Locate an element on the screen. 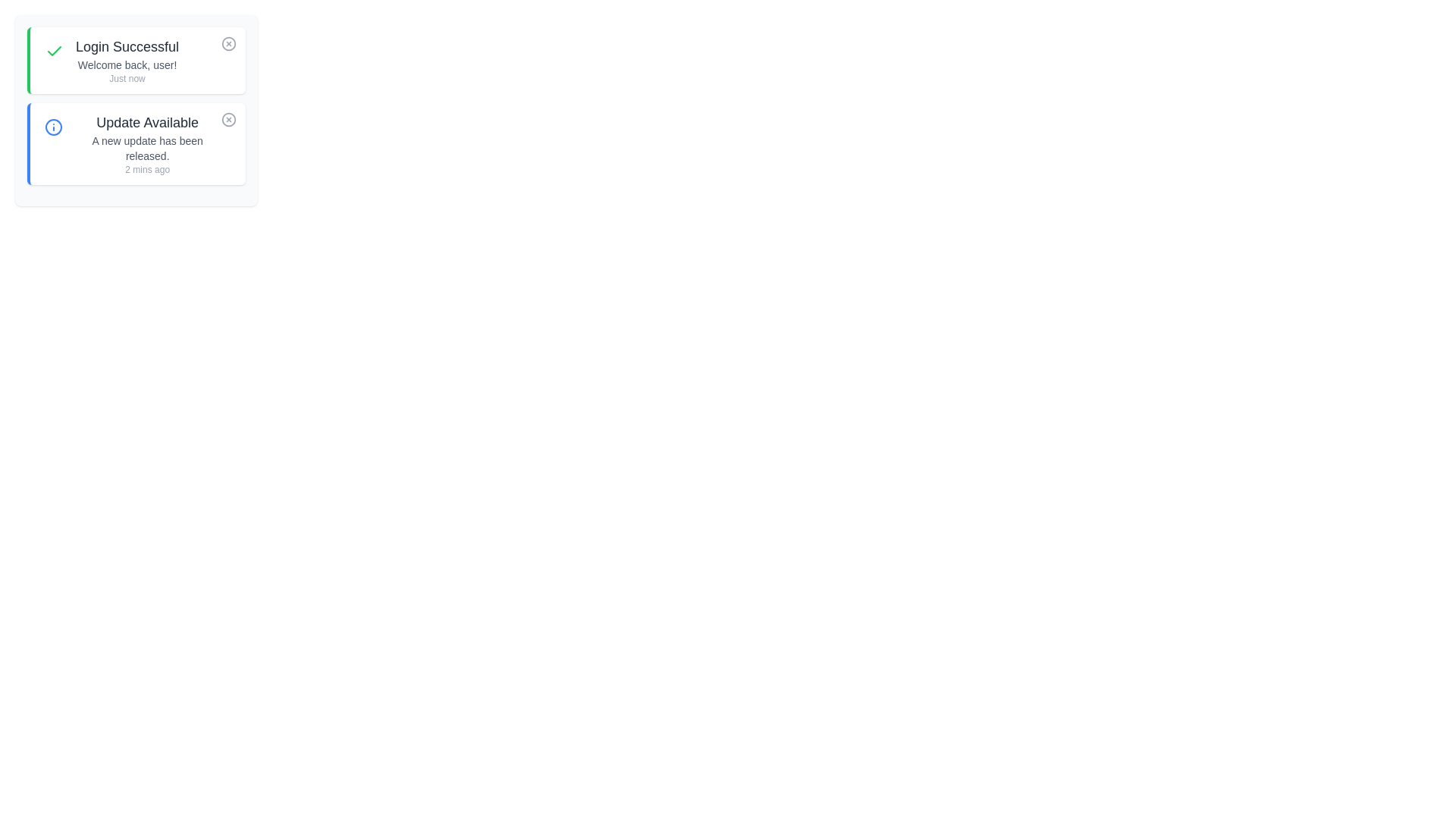 The width and height of the screenshot is (1456, 819). the success indicator icon located in the top-left corner of the 'Login Successful' card, adjacent to the green border line is located at coordinates (55, 50).